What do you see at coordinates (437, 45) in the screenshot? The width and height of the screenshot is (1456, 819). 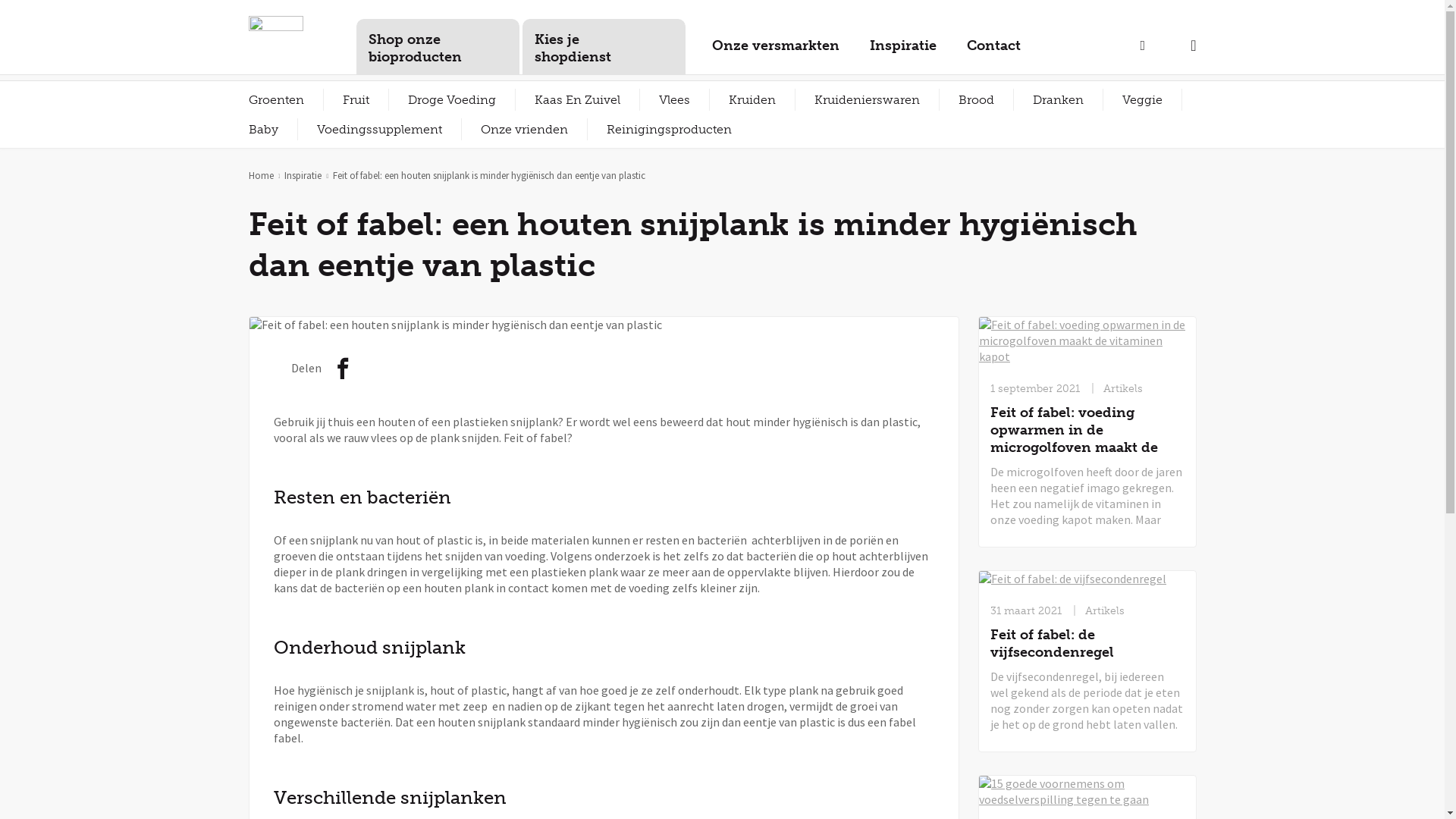 I see `'Shop onze bioproducten'` at bounding box center [437, 45].